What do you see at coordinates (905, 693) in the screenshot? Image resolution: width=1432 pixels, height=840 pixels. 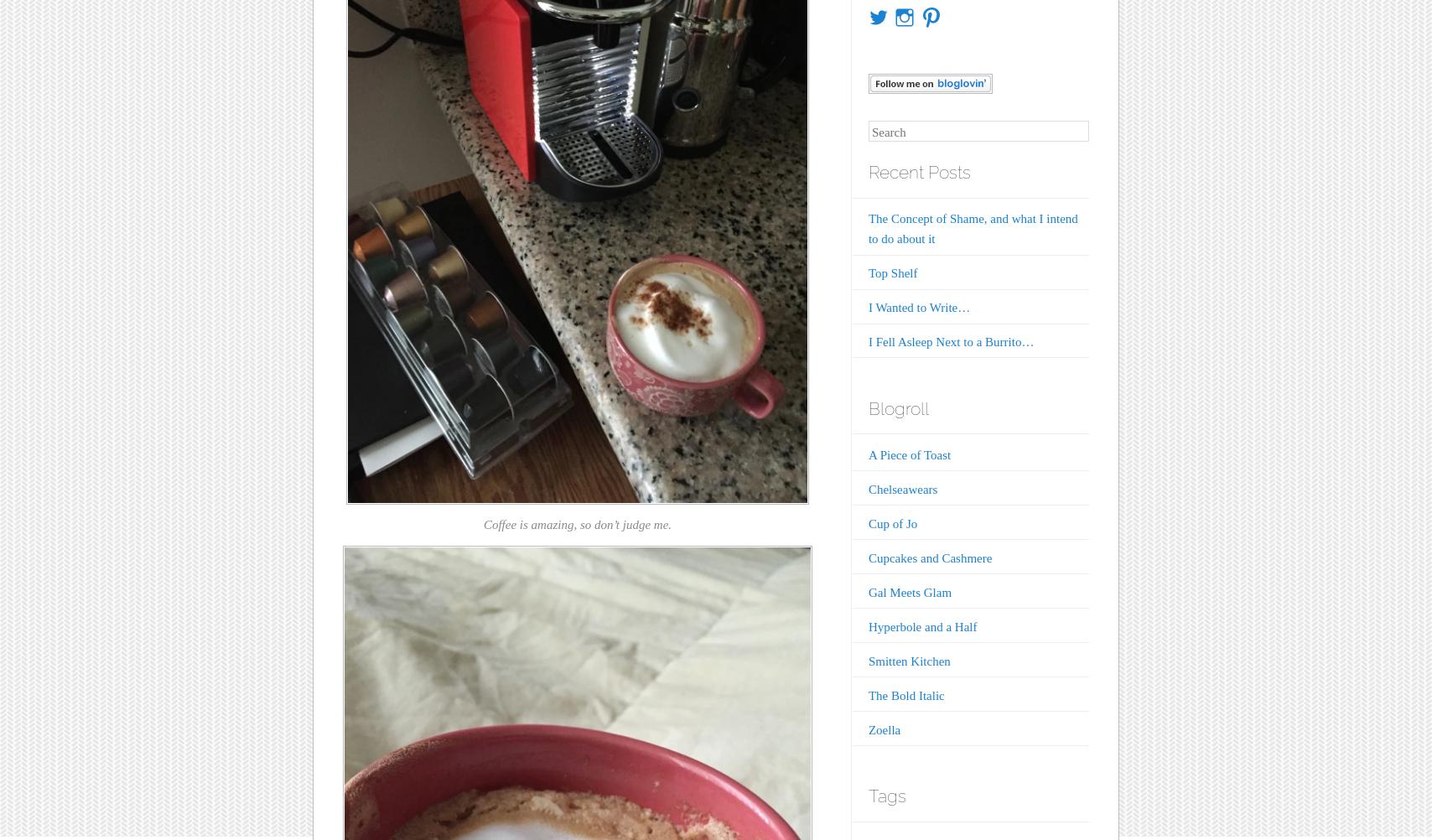 I see `'The Bold Italic'` at bounding box center [905, 693].